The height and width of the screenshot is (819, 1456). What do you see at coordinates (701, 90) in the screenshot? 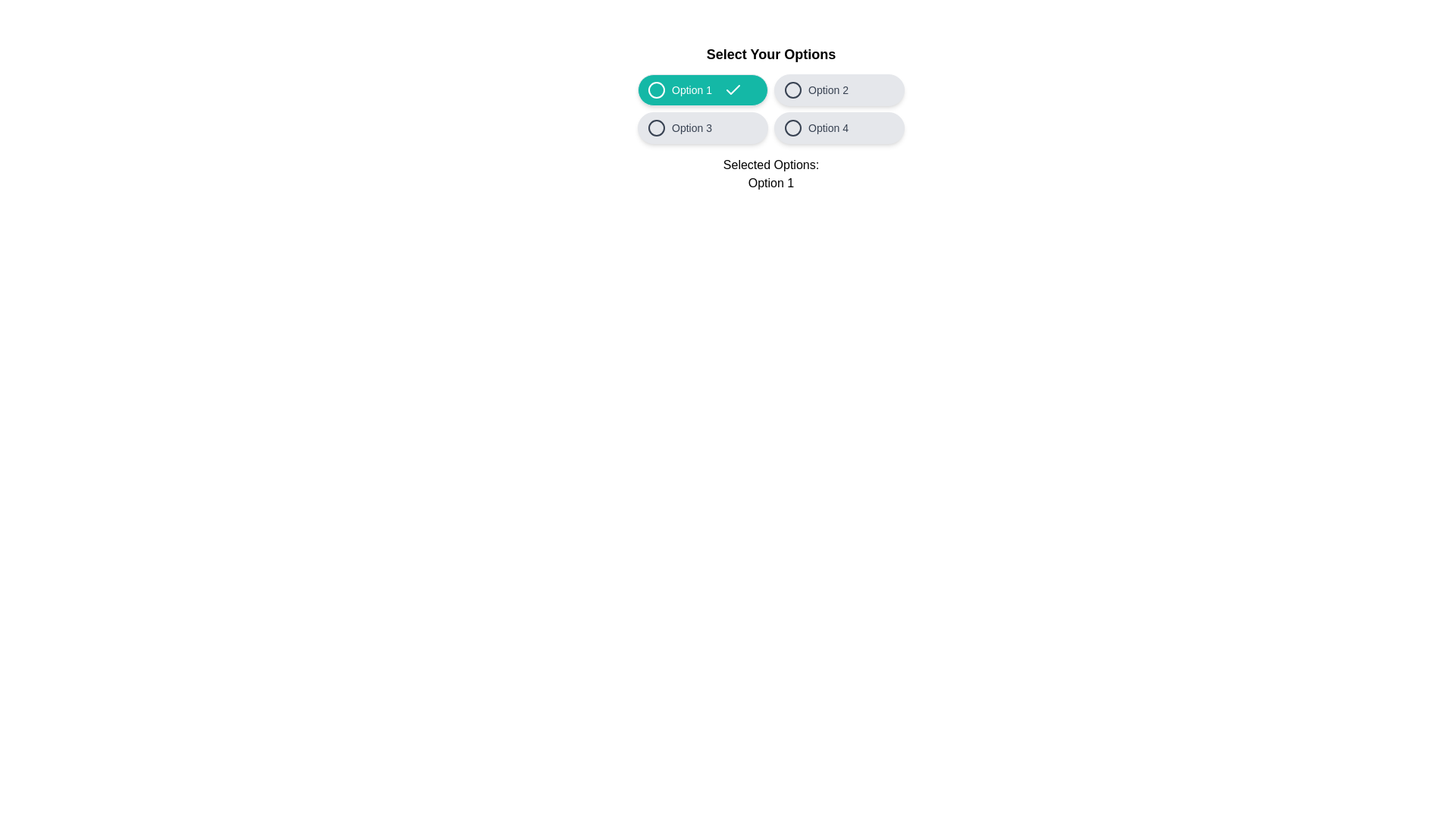
I see `the text of the 'Option 1' button` at bounding box center [701, 90].